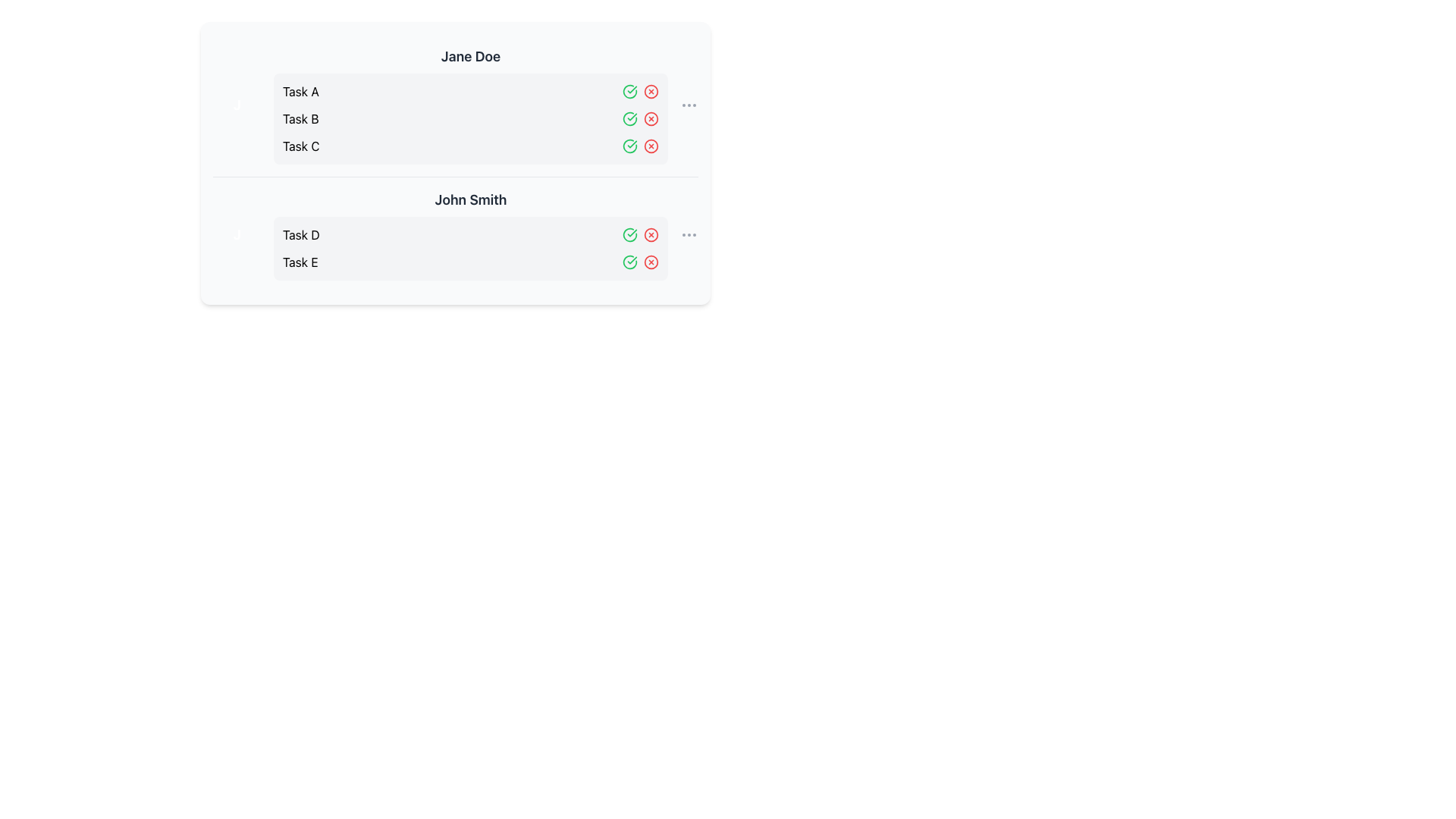 This screenshot has height=819, width=1456. What do you see at coordinates (629, 146) in the screenshot?
I see `the circular outline of the Icon component within the SVG group, located to the right of 'Task C' under 'Jane Doe'` at bounding box center [629, 146].